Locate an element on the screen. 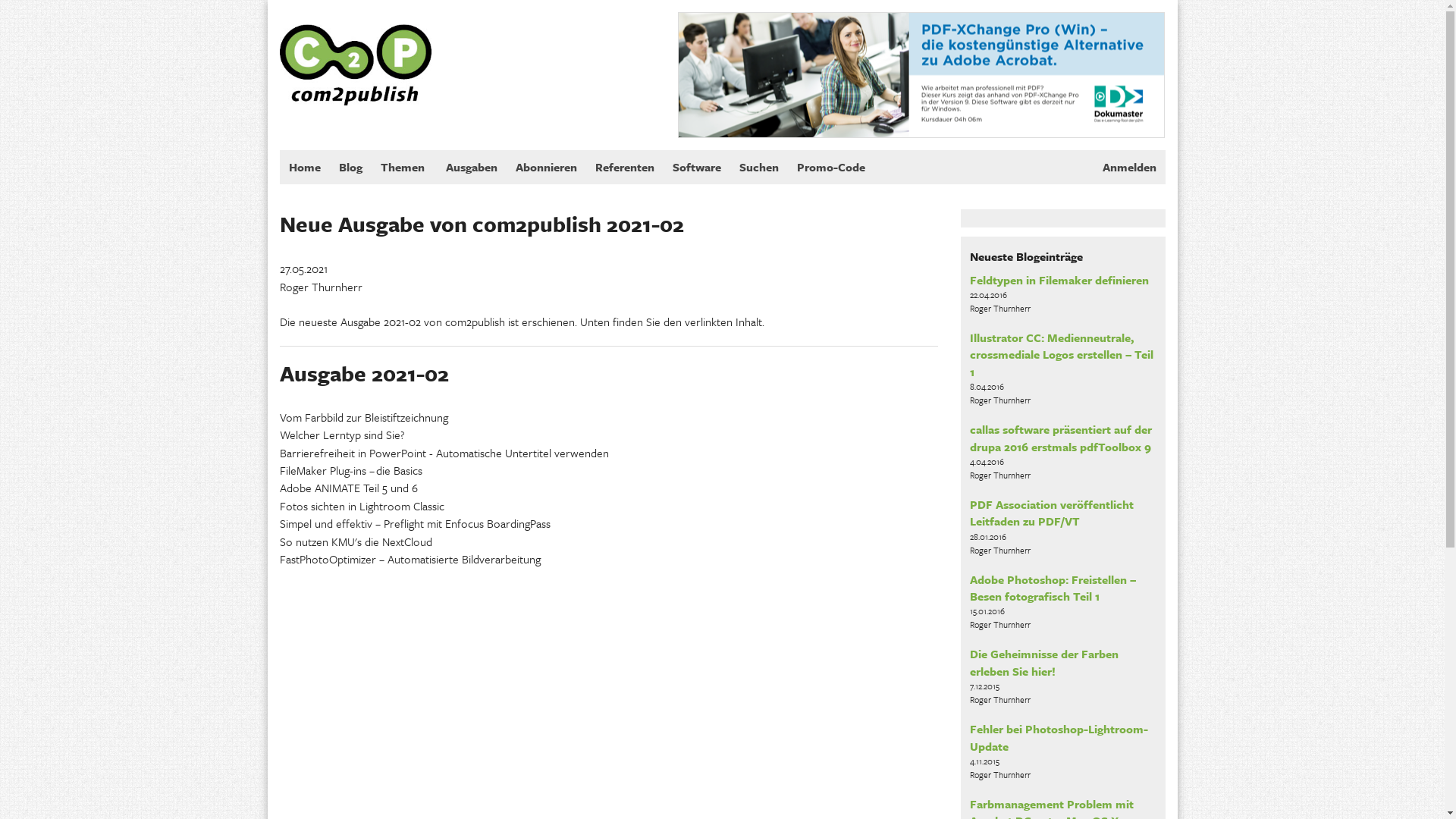 The height and width of the screenshot is (819, 1456). 'Blog' is located at coordinates (328, 167).